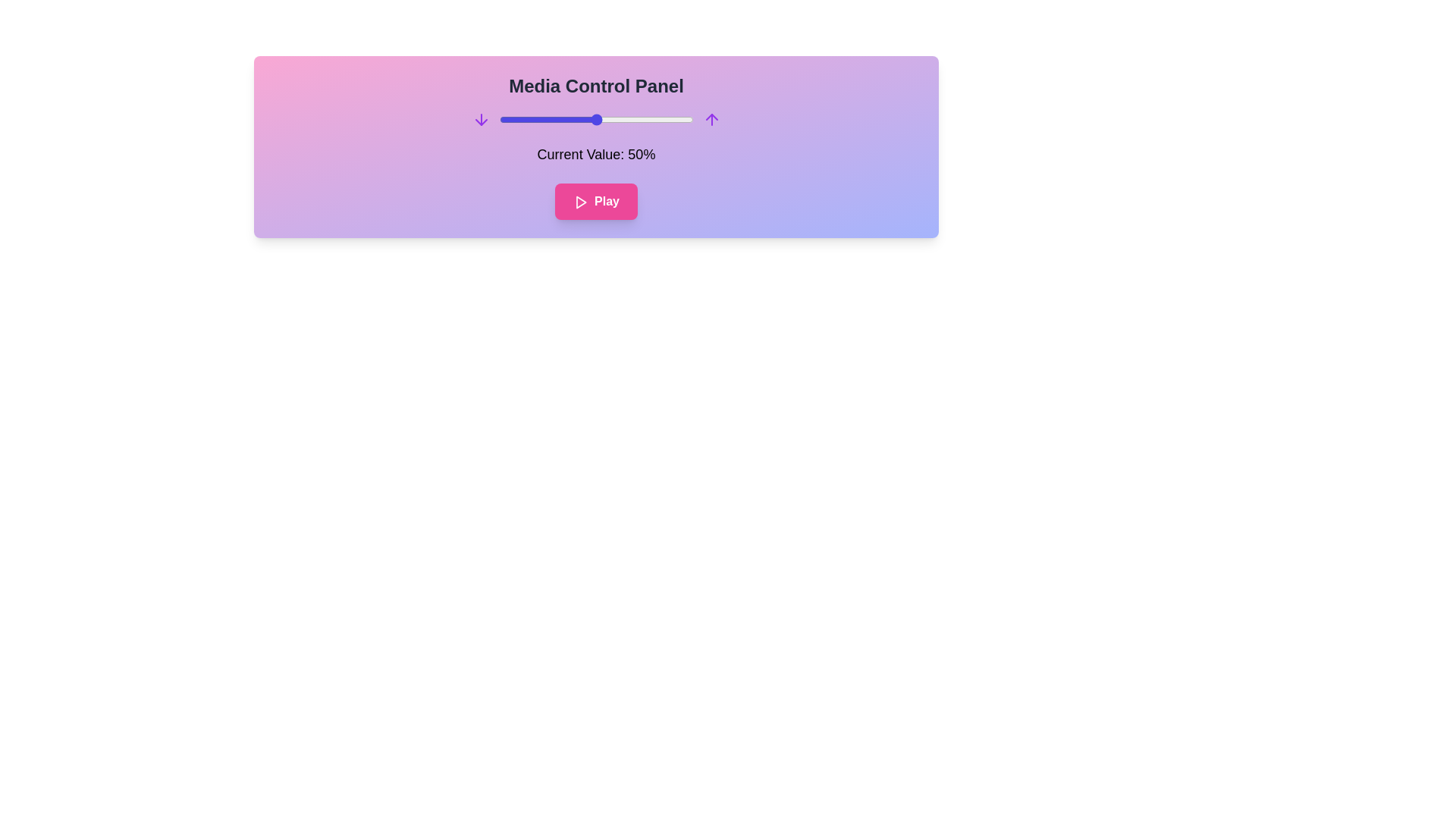 The image size is (1456, 819). I want to click on the slider to set its value to 85, so click(664, 119).